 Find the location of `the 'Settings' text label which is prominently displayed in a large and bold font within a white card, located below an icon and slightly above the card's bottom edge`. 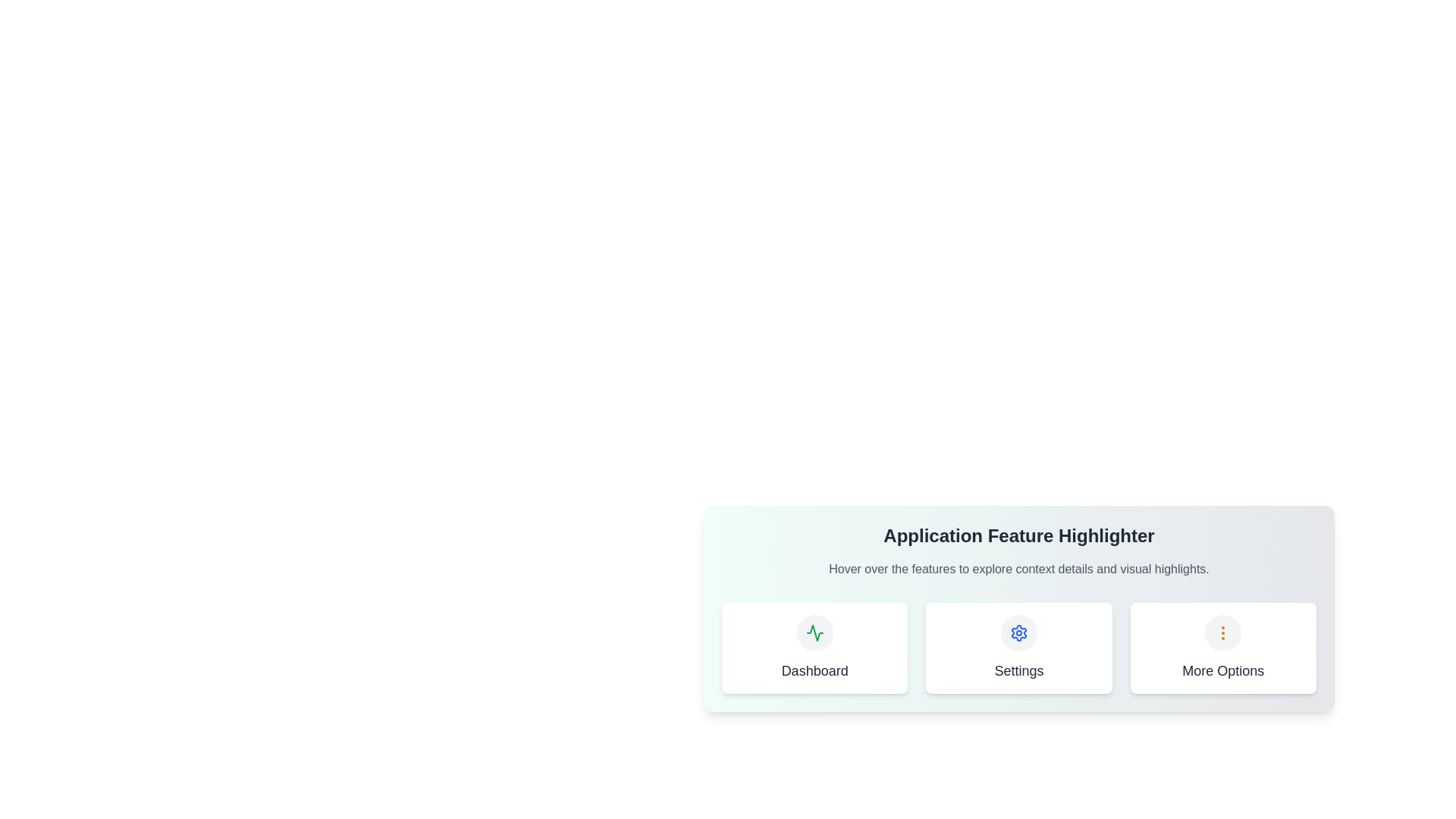

the 'Settings' text label which is prominently displayed in a large and bold font within a white card, located below an icon and slightly above the card's bottom edge is located at coordinates (1019, 670).